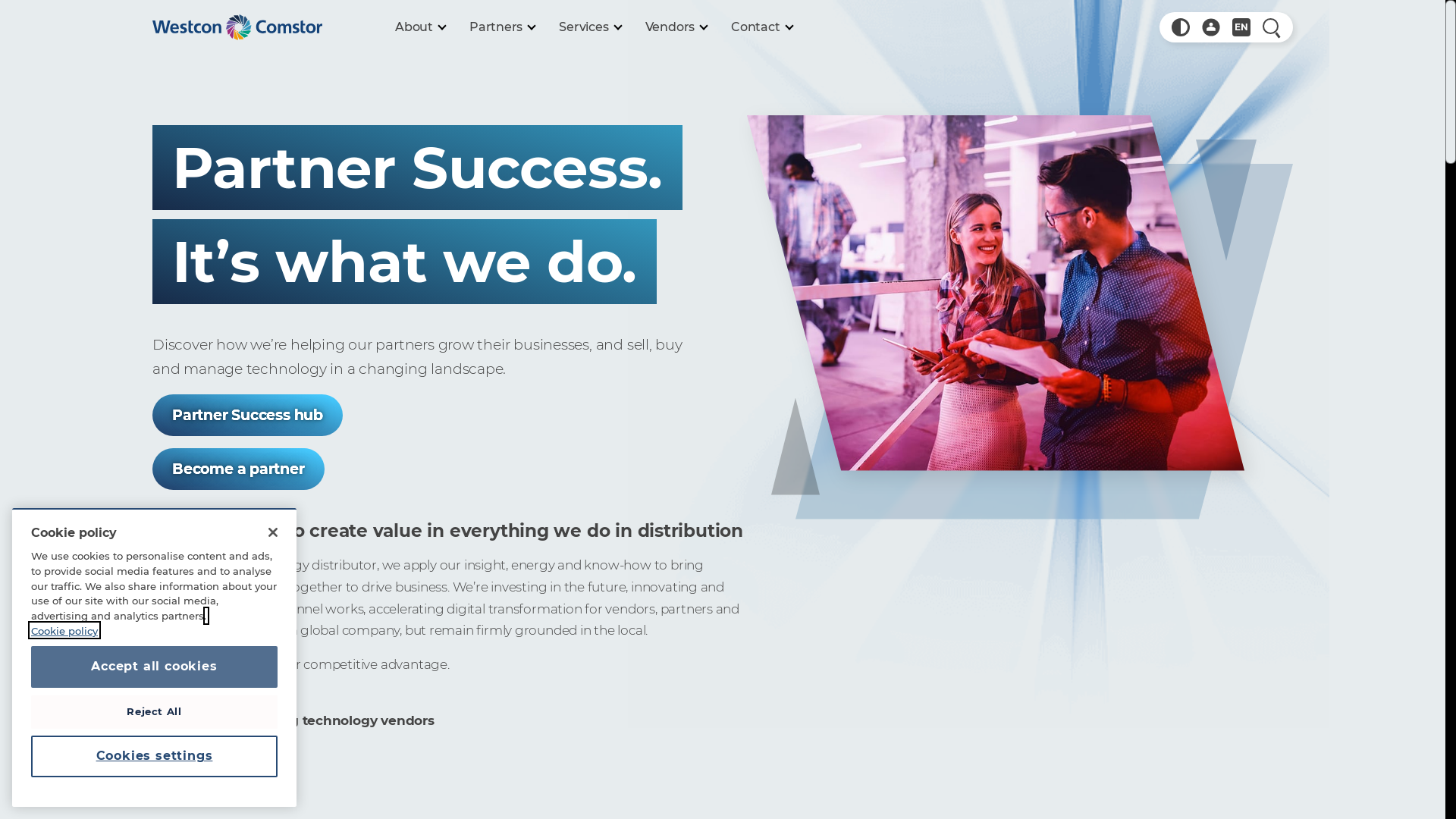  I want to click on 'Cookies settings', so click(154, 755).